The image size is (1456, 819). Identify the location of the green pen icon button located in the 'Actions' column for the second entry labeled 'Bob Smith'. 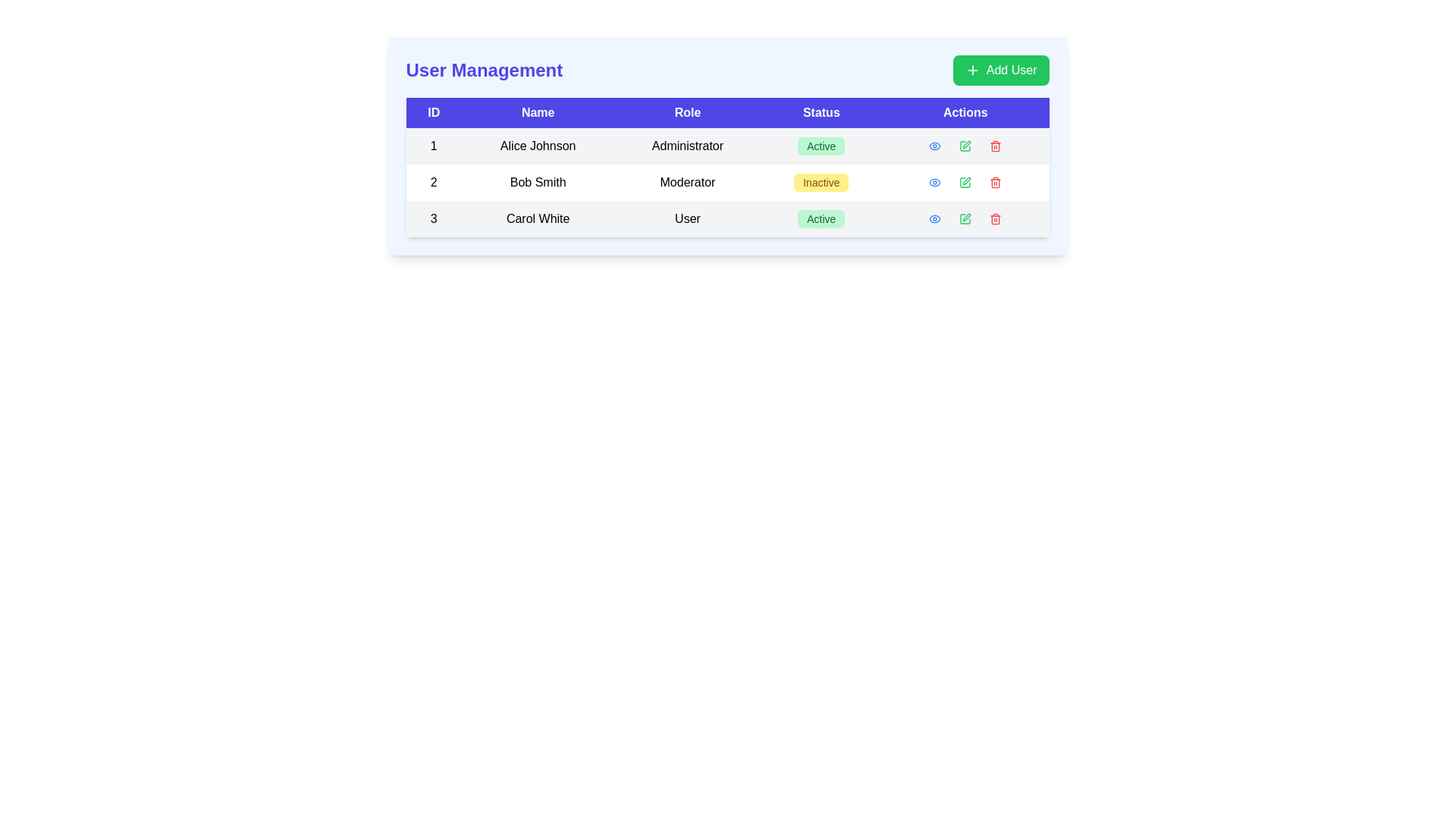
(965, 181).